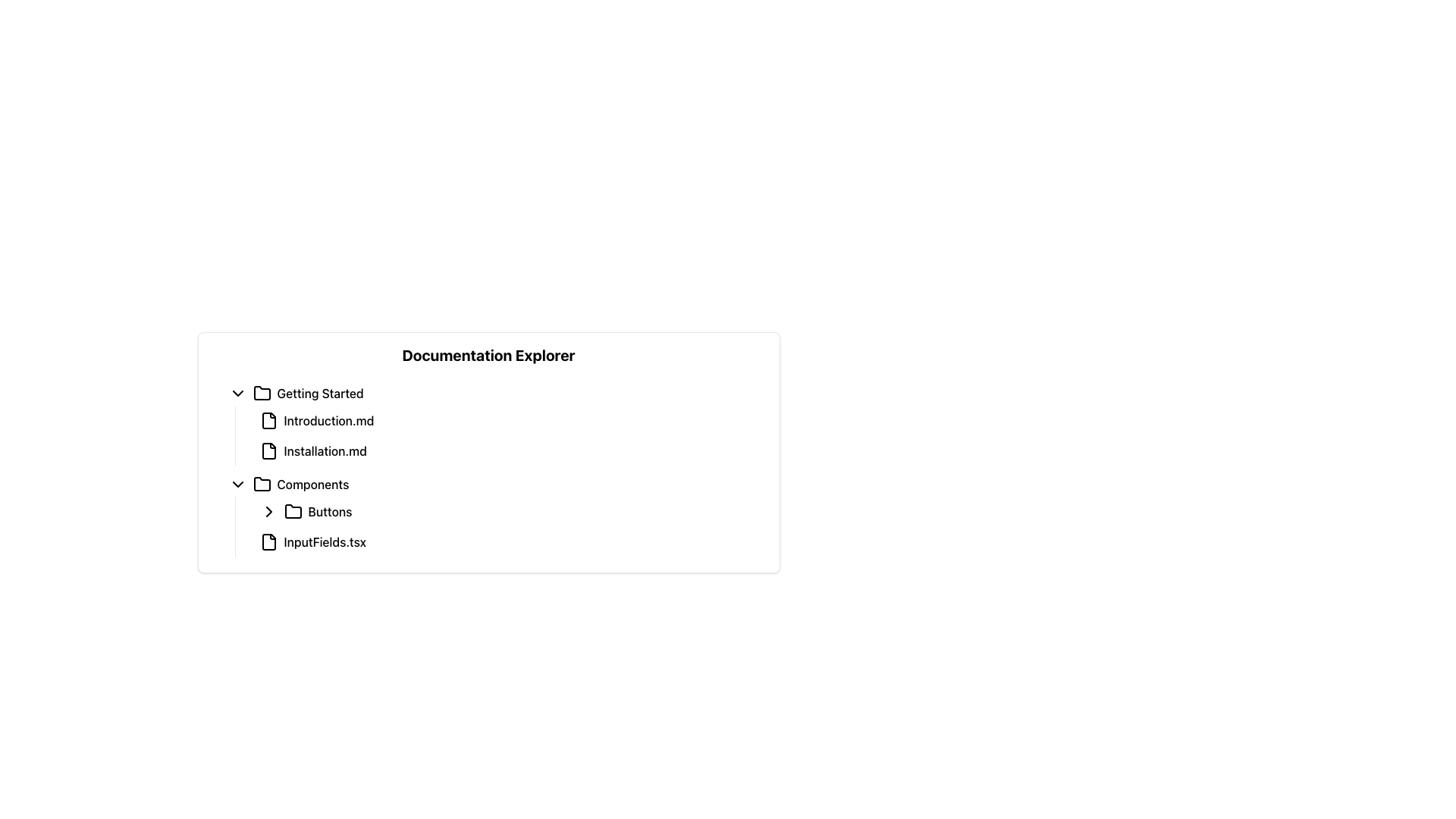 Image resolution: width=1456 pixels, height=819 pixels. I want to click on the 'Components' folder, so click(494, 485).